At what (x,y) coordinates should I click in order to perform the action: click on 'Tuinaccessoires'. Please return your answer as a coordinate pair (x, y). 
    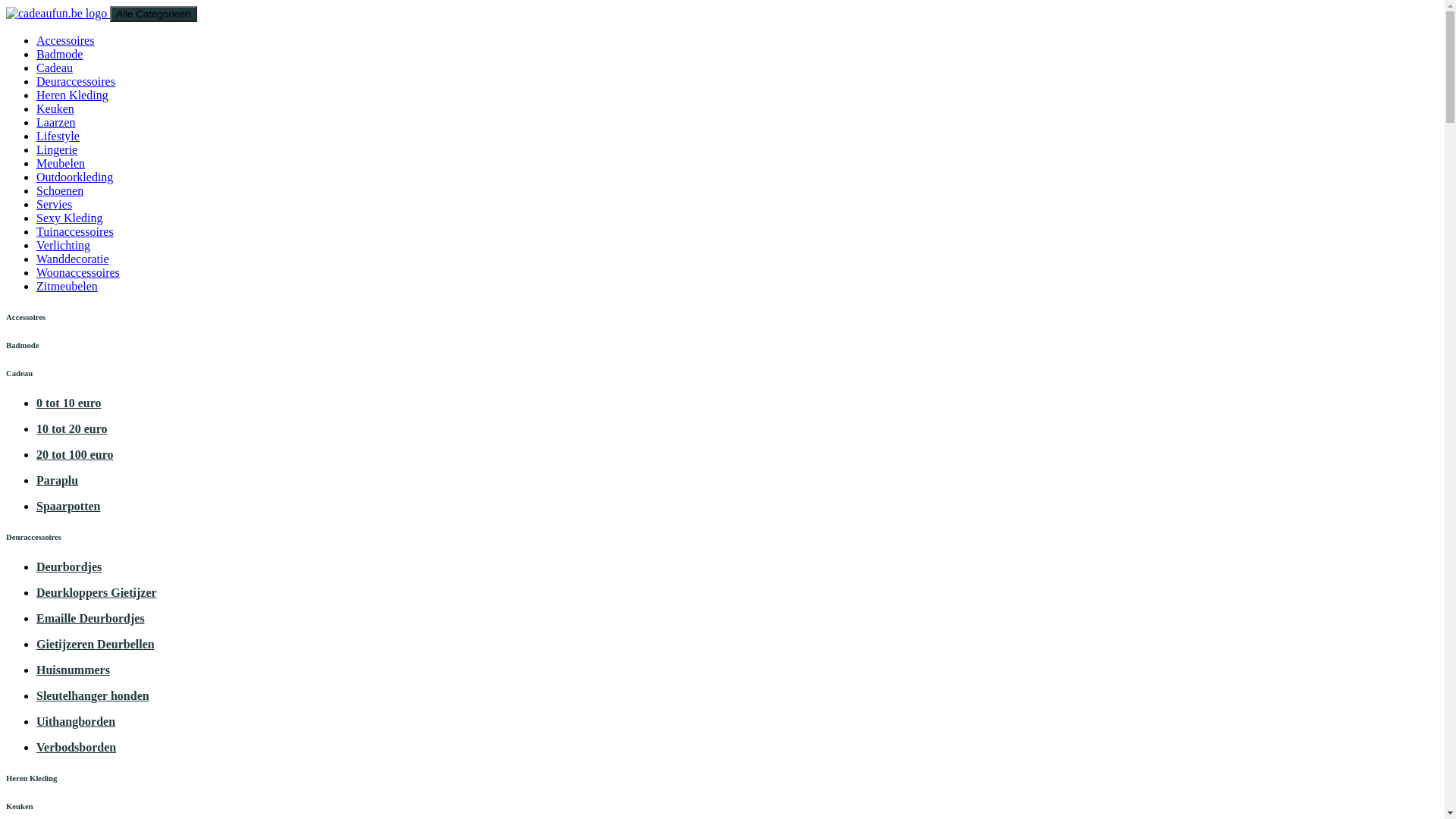
    Looking at the image, I should click on (74, 231).